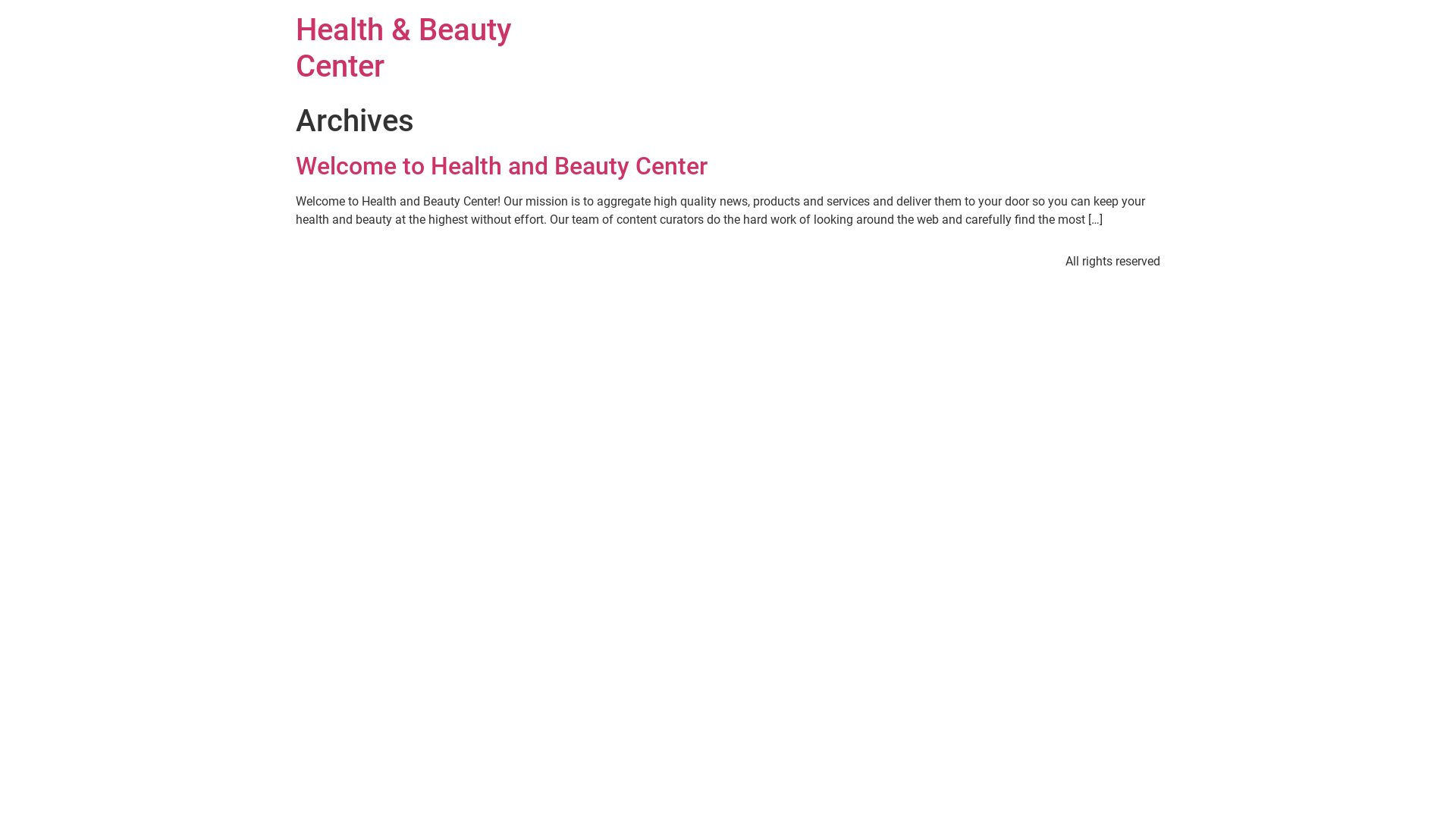 The image size is (1456, 819). I want to click on 'Health & Beauty Center', so click(403, 47).